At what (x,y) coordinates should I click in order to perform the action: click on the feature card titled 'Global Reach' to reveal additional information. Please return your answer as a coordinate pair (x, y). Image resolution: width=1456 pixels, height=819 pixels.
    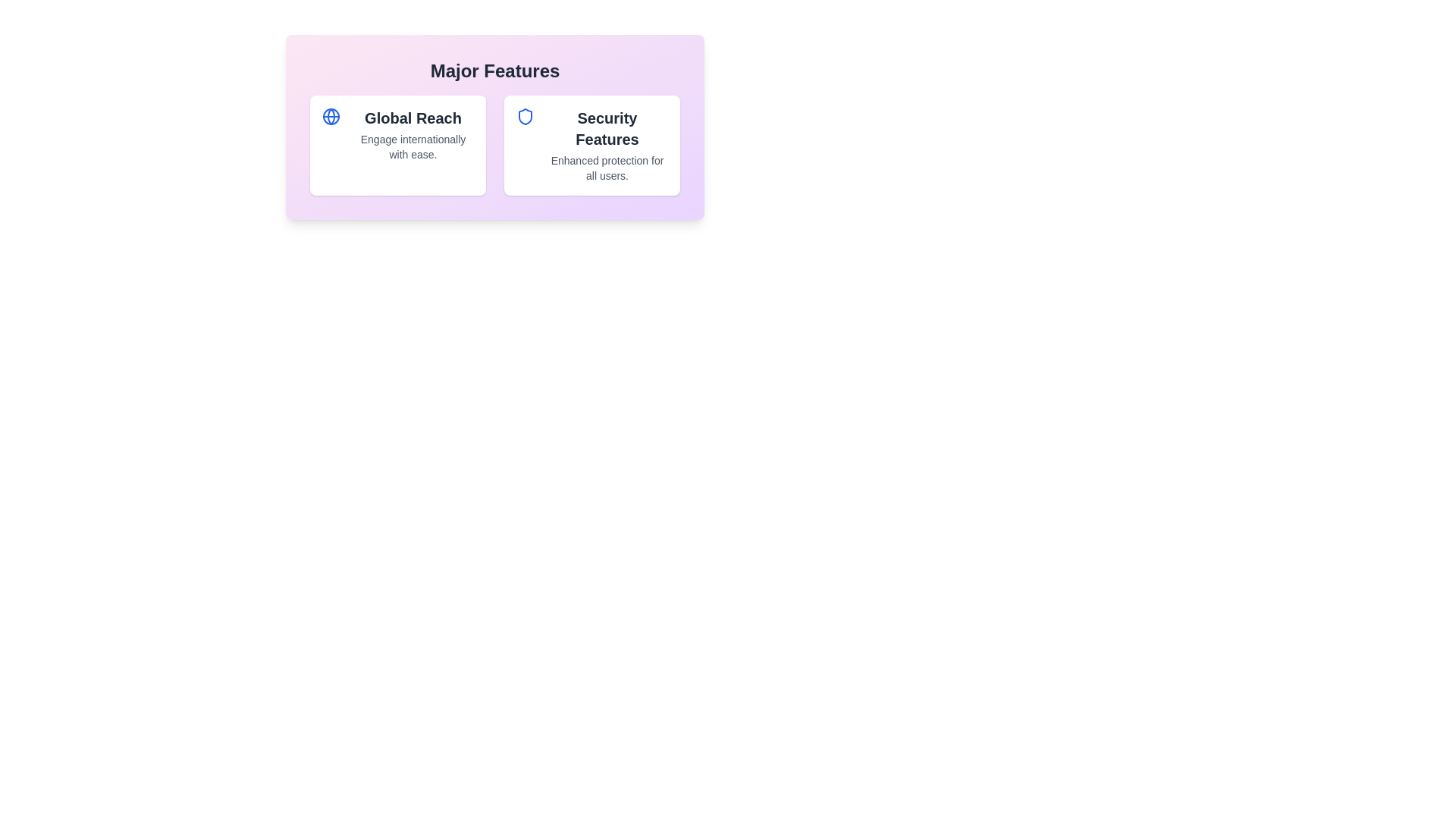
    Looking at the image, I should click on (397, 146).